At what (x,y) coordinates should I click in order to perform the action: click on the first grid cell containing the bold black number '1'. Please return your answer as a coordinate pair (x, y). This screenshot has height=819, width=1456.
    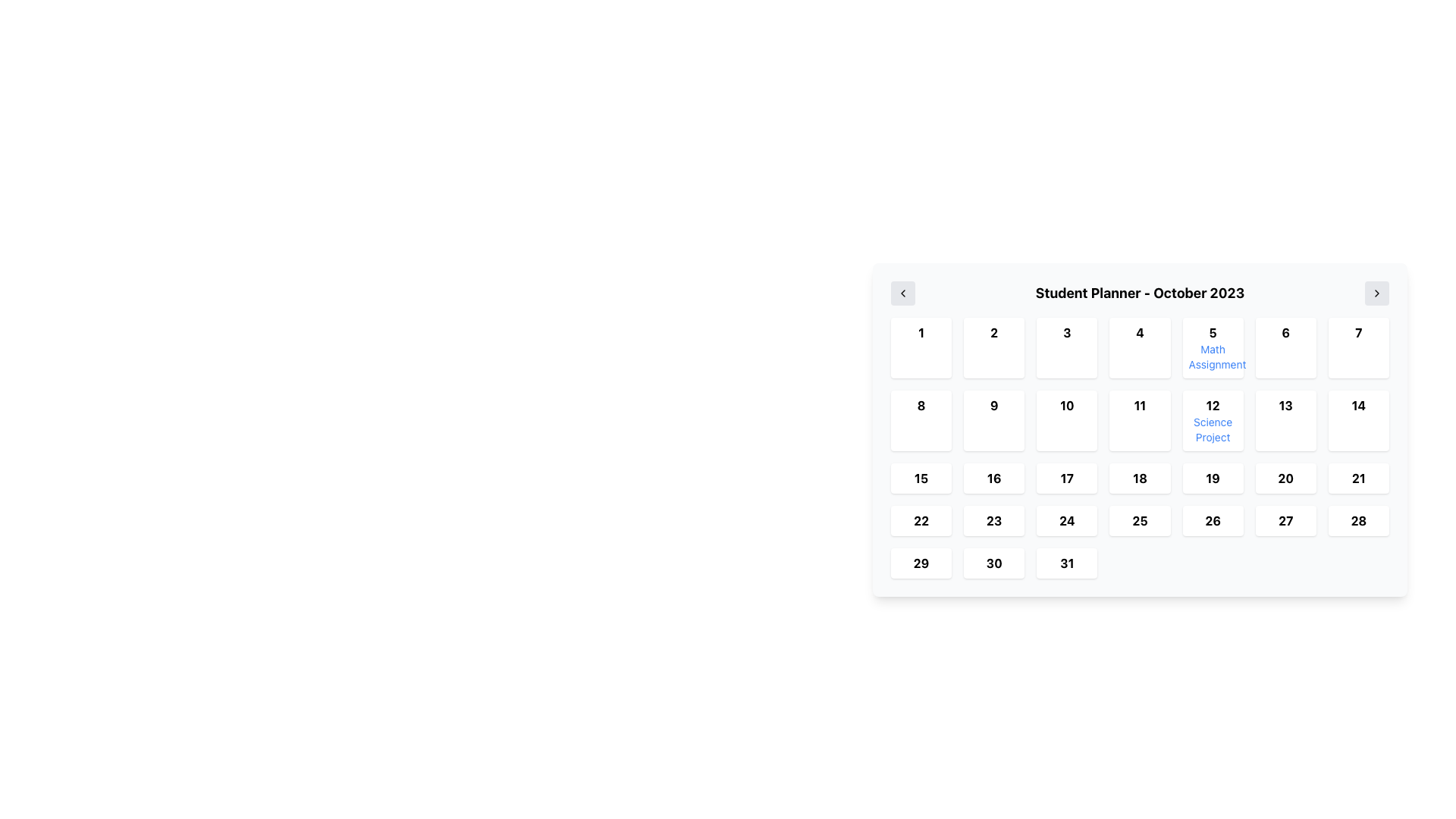
    Looking at the image, I should click on (920, 348).